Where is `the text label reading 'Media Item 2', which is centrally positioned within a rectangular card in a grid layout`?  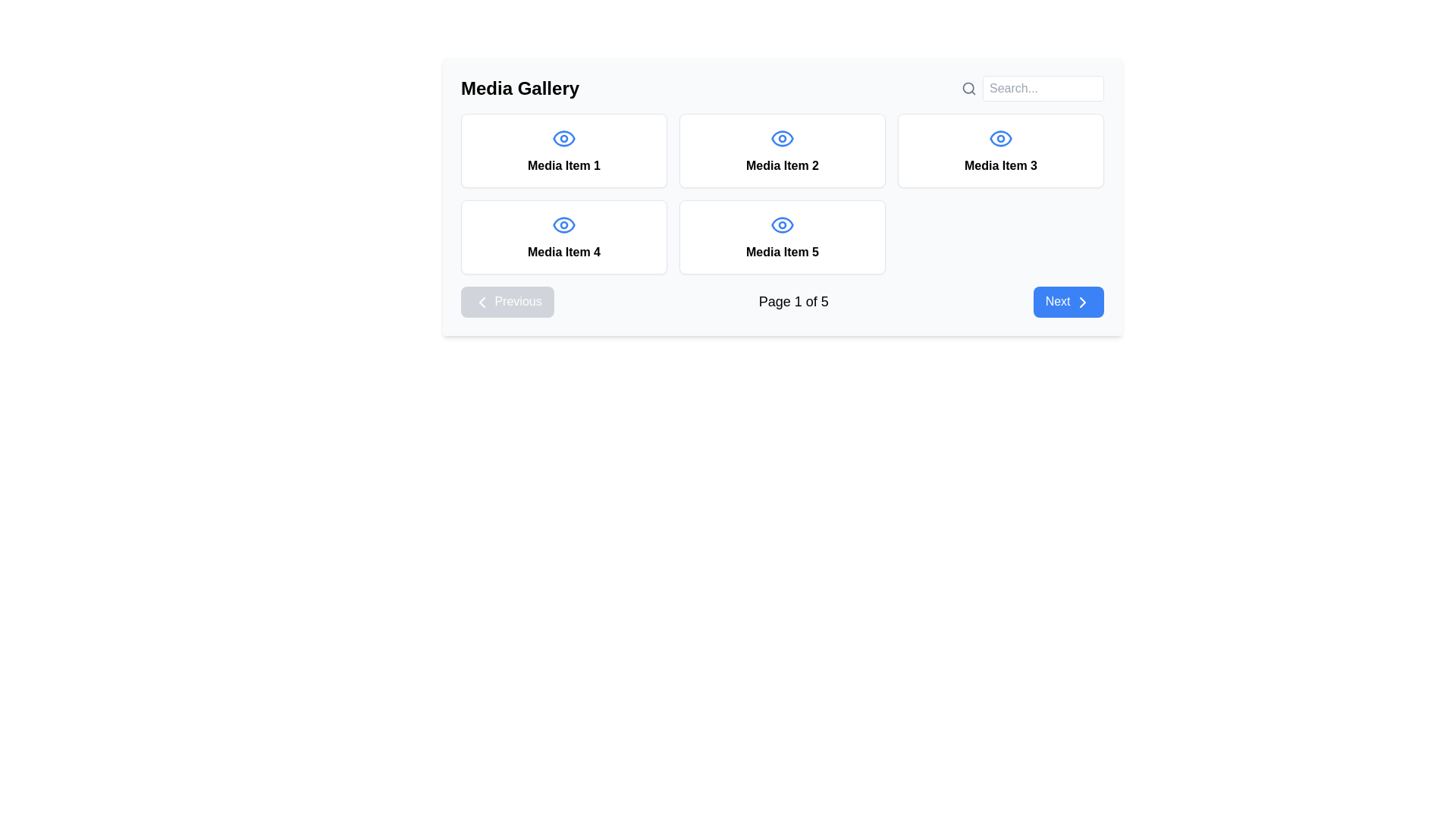
the text label reading 'Media Item 2', which is centrally positioned within a rectangular card in a grid layout is located at coordinates (783, 166).